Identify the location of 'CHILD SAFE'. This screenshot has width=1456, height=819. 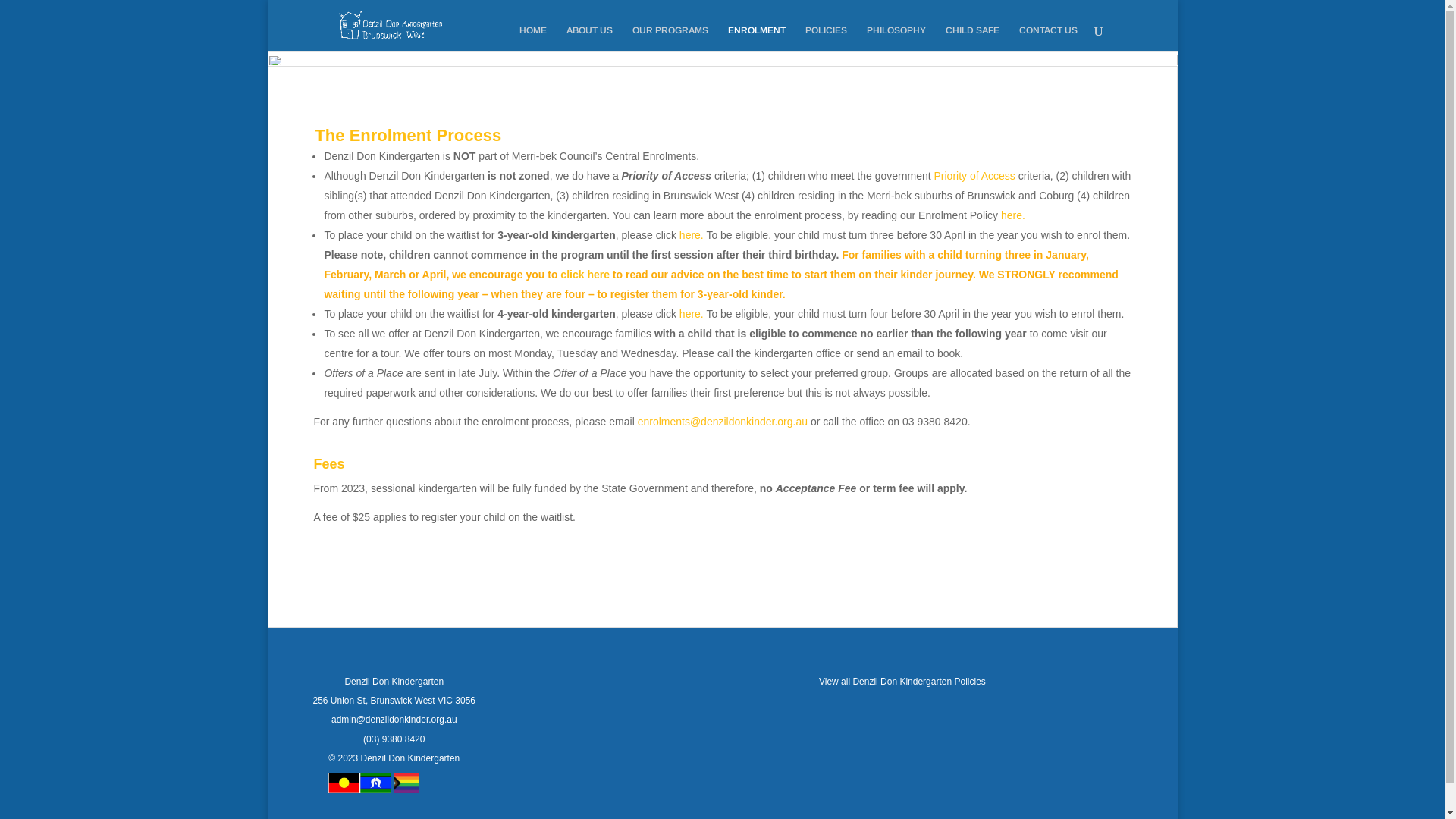
(944, 37).